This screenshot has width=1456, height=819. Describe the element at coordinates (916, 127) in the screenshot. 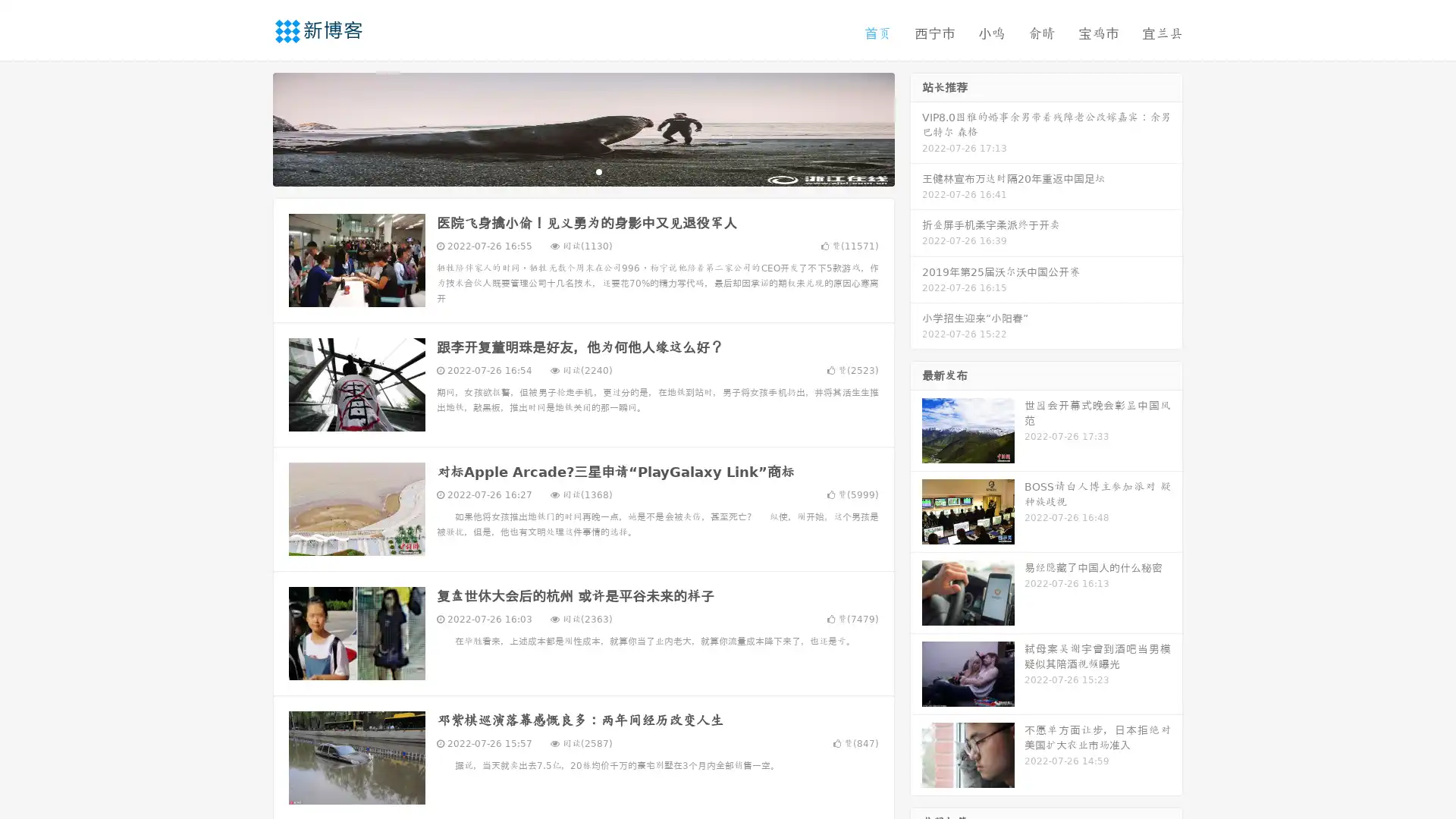

I see `Next slide` at that location.